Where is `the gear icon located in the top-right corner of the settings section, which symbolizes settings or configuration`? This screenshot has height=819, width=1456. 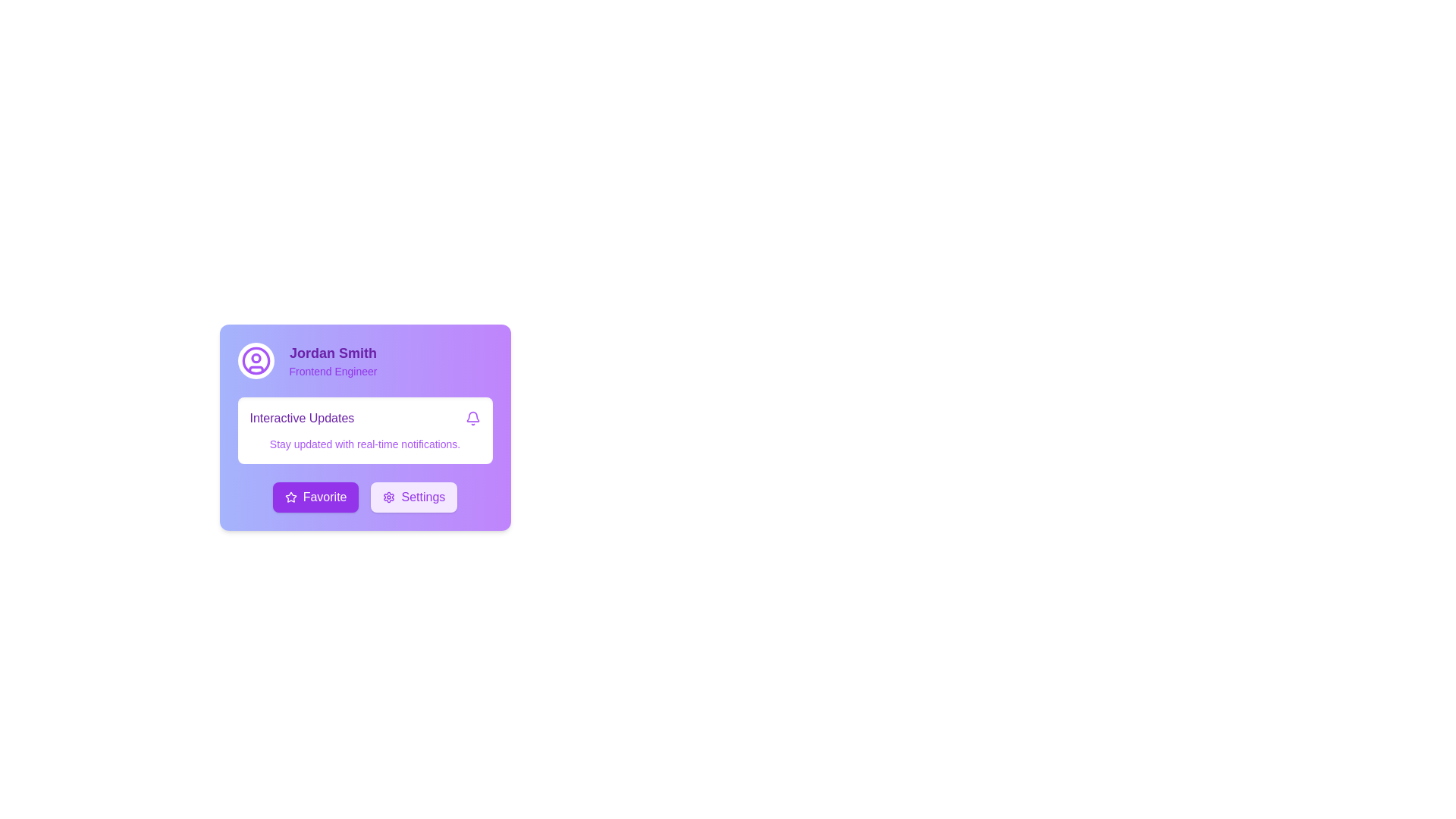
the gear icon located in the top-right corner of the settings section, which symbolizes settings or configuration is located at coordinates (389, 497).